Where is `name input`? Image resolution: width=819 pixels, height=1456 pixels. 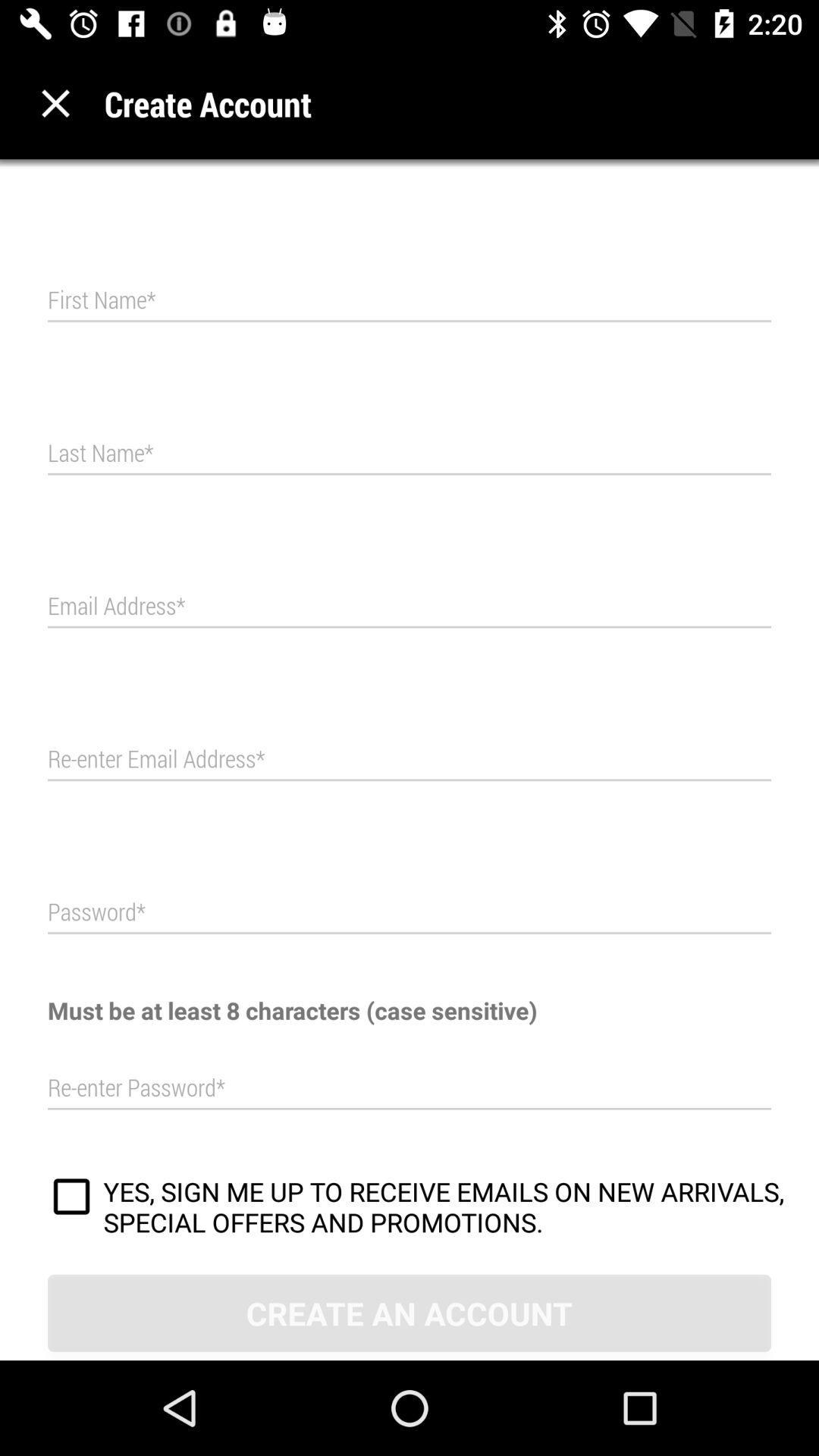 name input is located at coordinates (409, 453).